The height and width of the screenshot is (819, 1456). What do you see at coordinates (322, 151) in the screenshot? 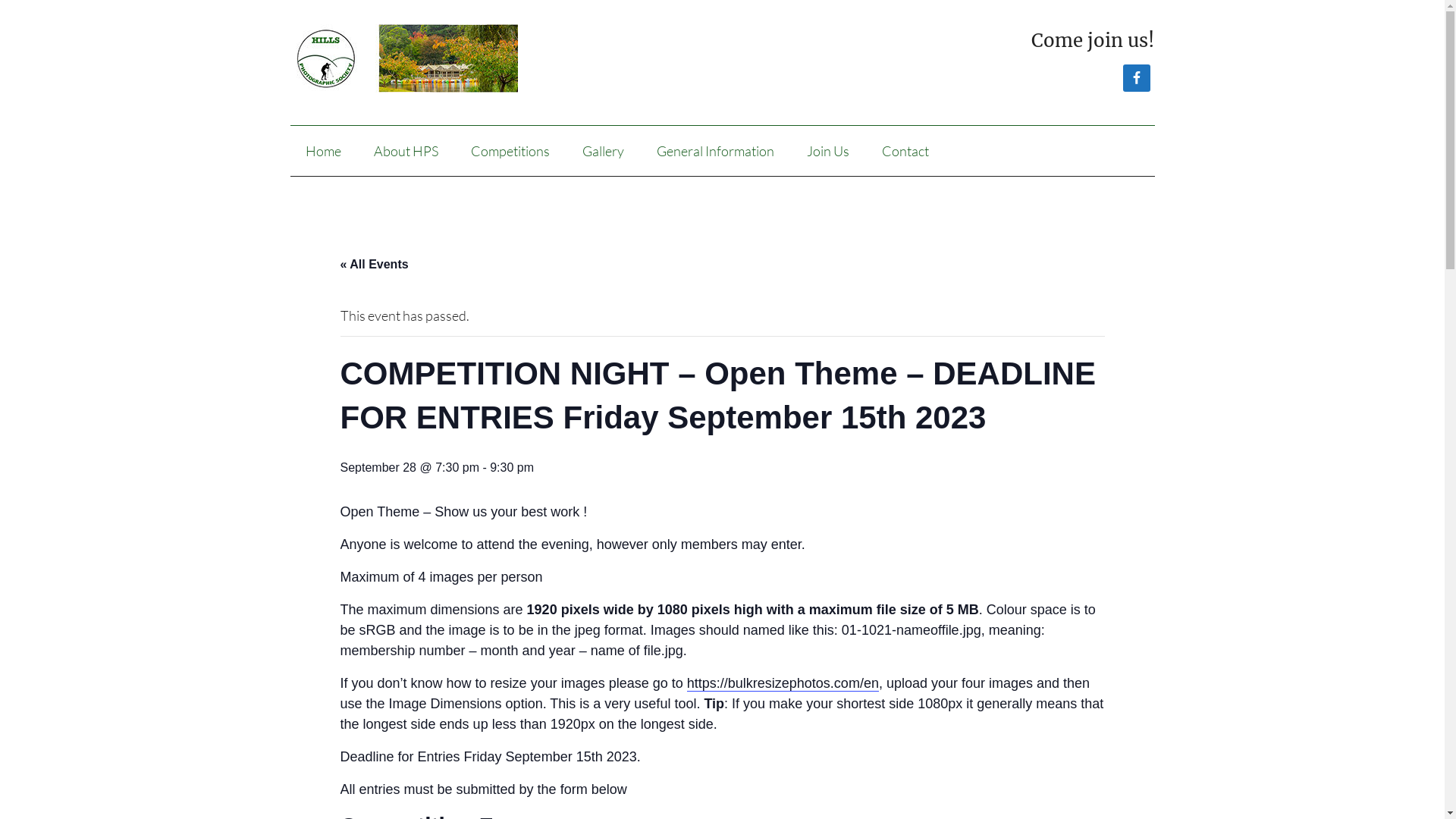
I see `'Home'` at bounding box center [322, 151].